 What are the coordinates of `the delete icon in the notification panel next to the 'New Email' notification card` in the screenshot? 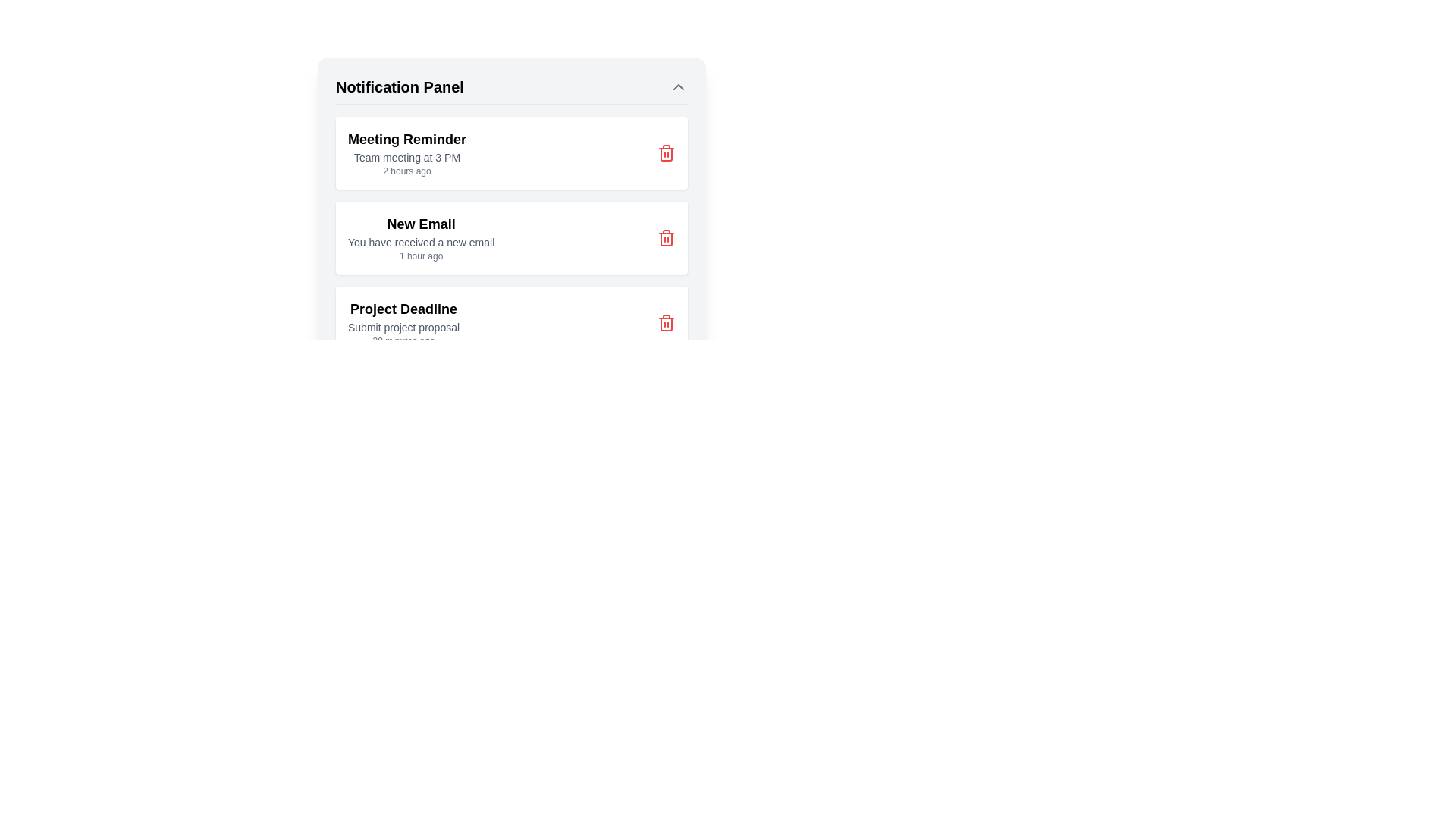 It's located at (666, 237).